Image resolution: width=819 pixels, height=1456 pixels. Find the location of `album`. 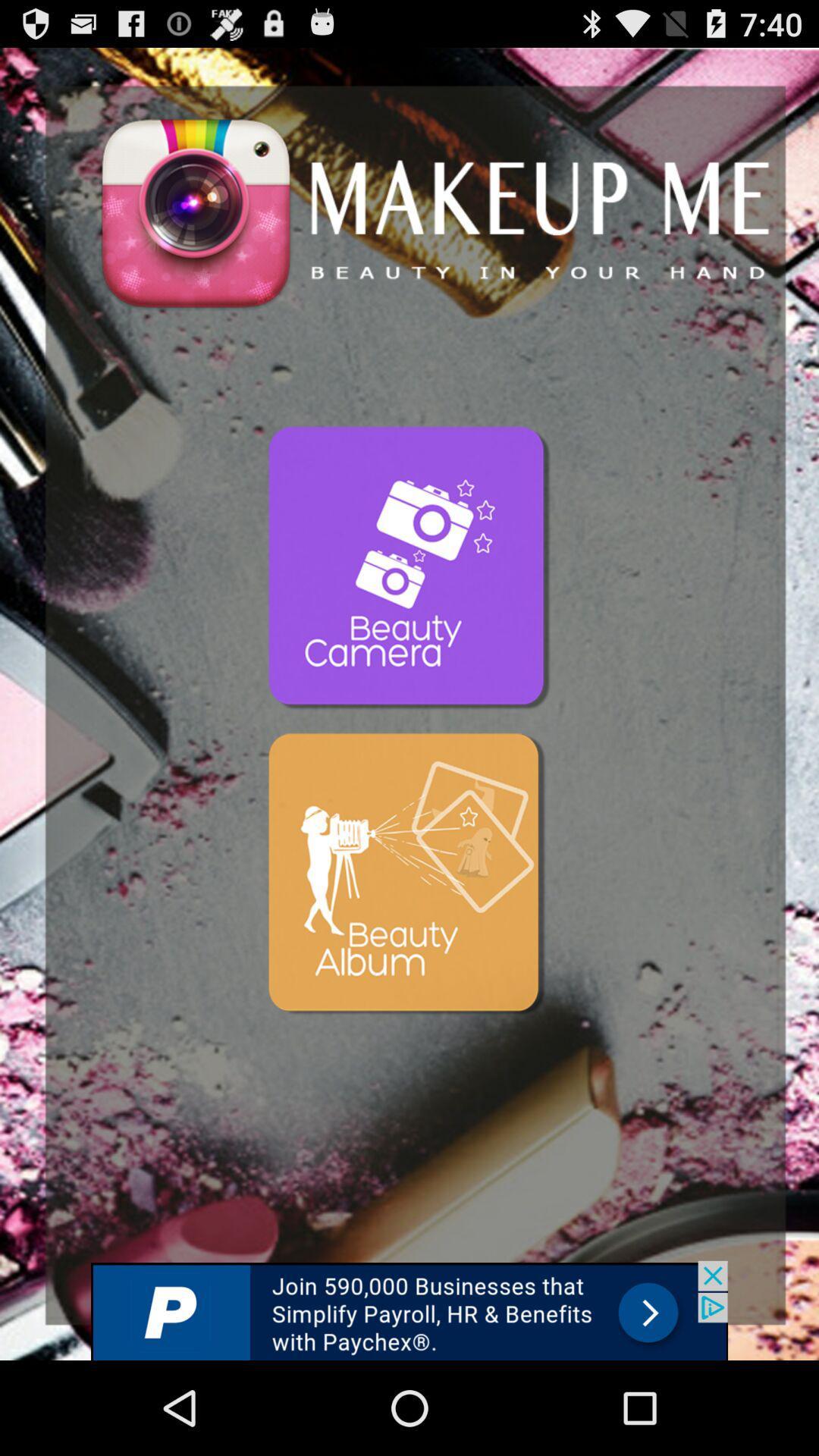

album is located at coordinates (409, 876).